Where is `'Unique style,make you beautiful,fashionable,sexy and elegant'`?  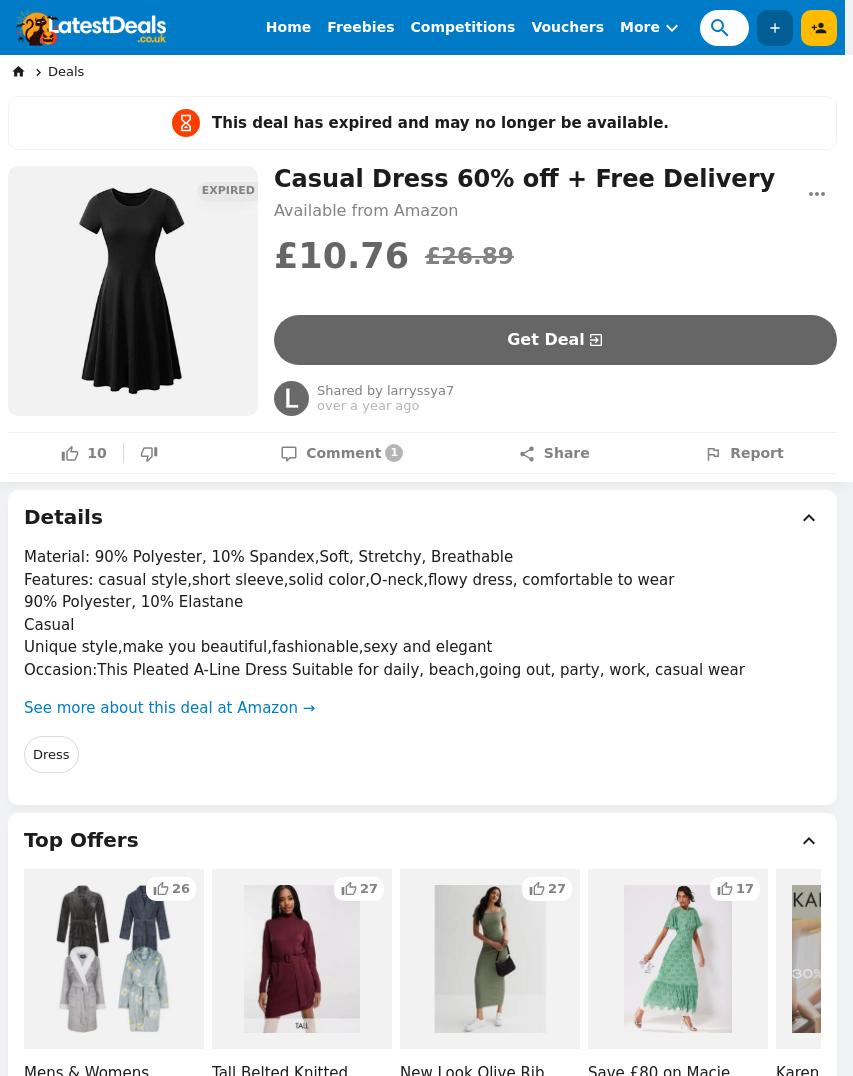 'Unique style,make you beautiful,fashionable,sexy and elegant' is located at coordinates (22, 645).